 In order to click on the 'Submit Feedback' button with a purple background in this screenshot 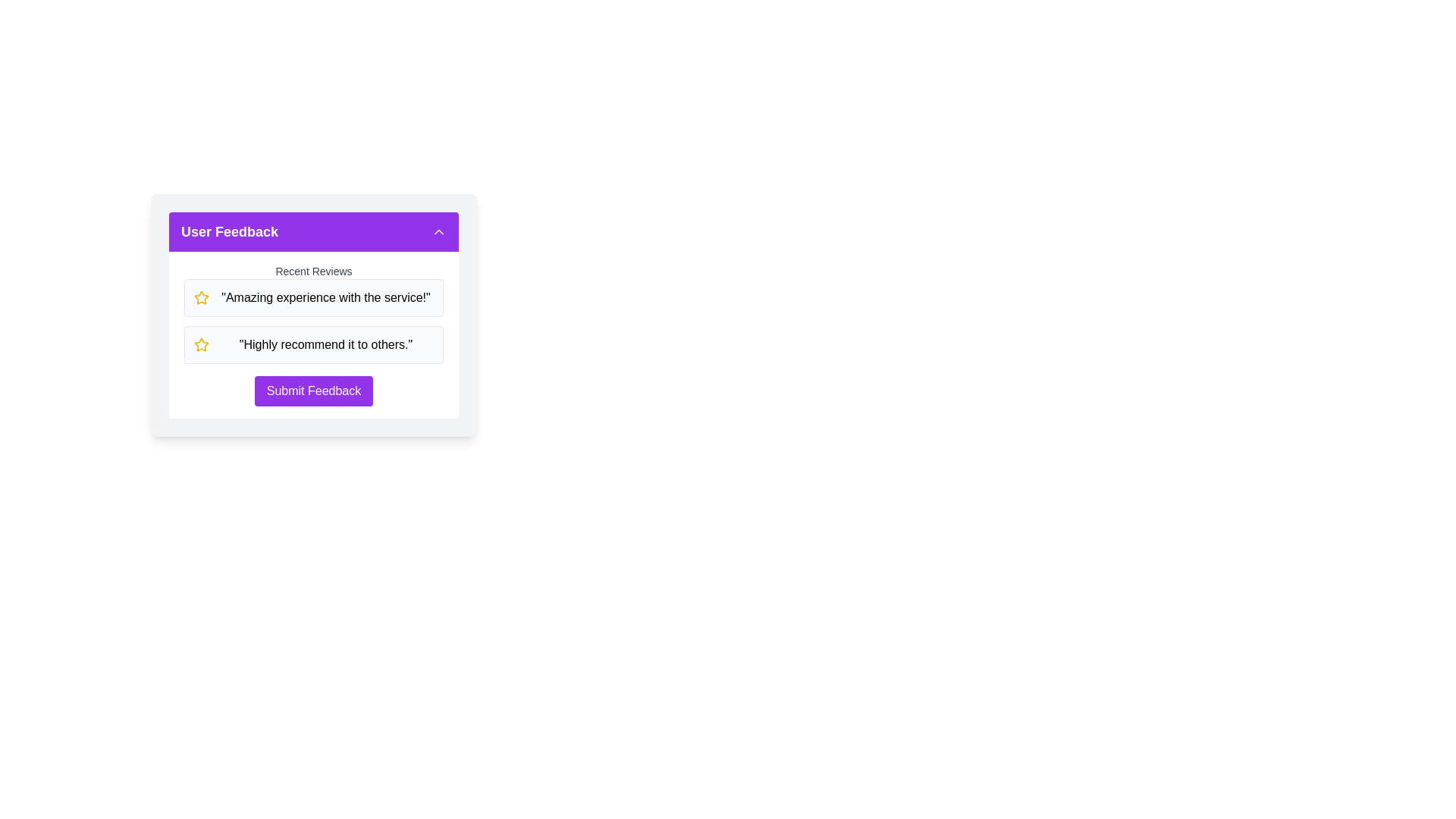, I will do `click(312, 391)`.